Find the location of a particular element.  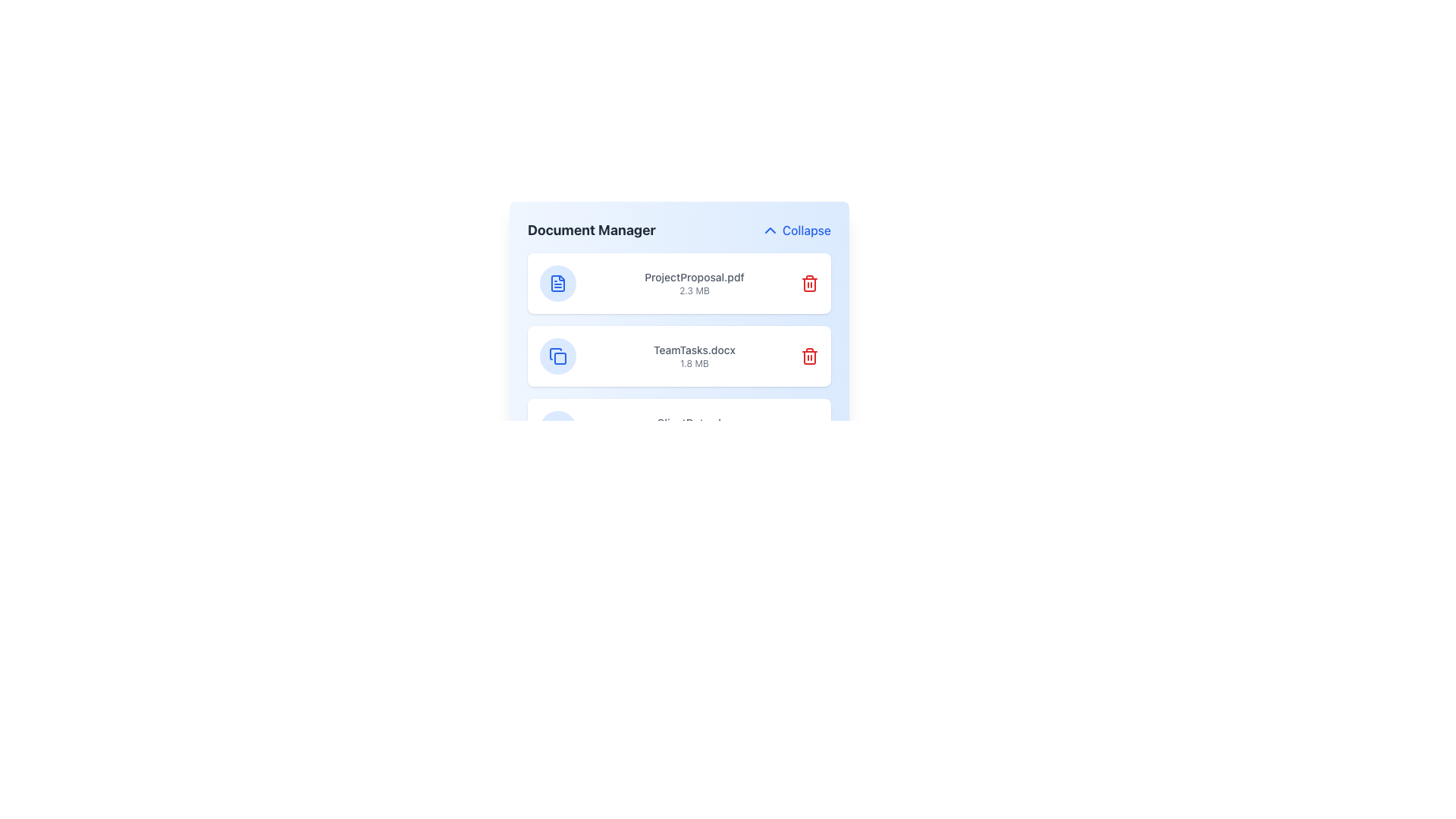

the first File list item in the Document Manager section is located at coordinates (679, 284).